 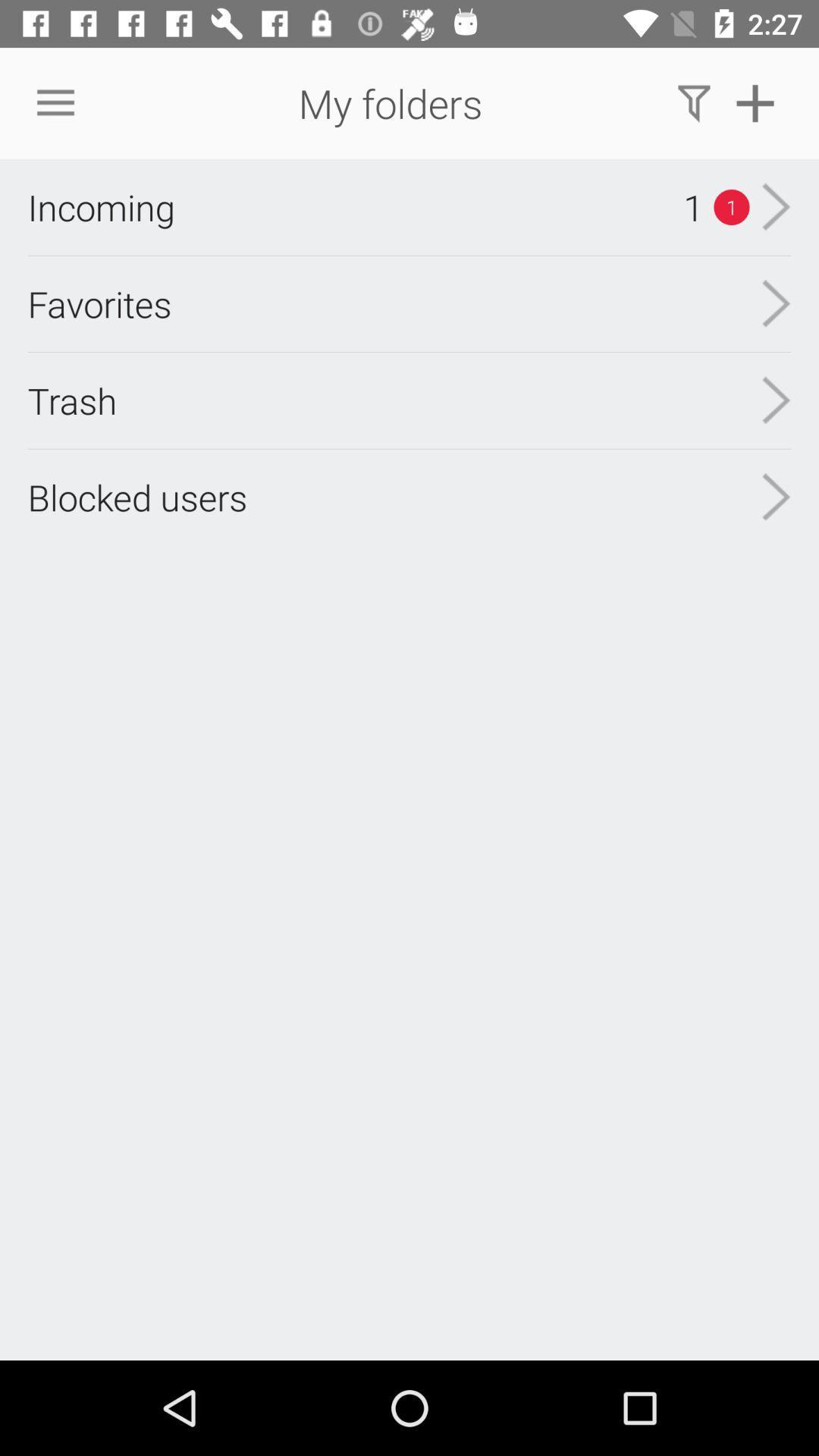 What do you see at coordinates (101, 206) in the screenshot?
I see `icon to the left of 1` at bounding box center [101, 206].